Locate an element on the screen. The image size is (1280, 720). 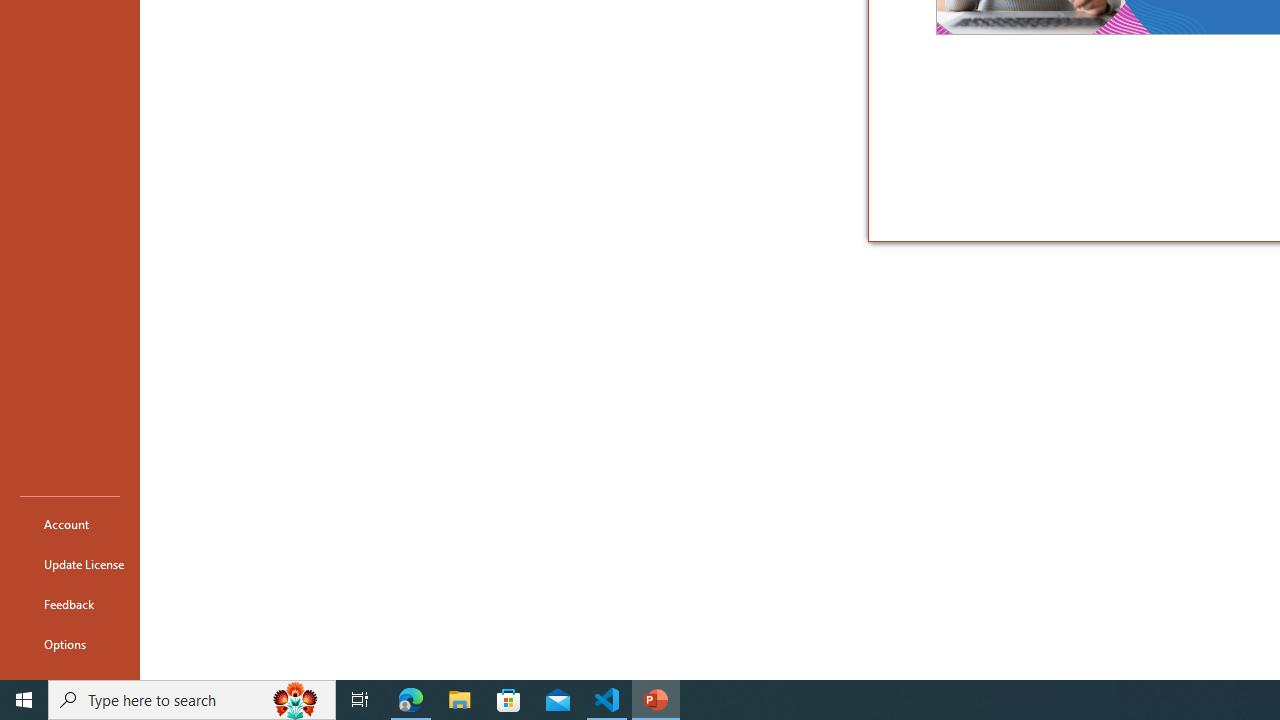
'Feedback' is located at coordinates (69, 603).